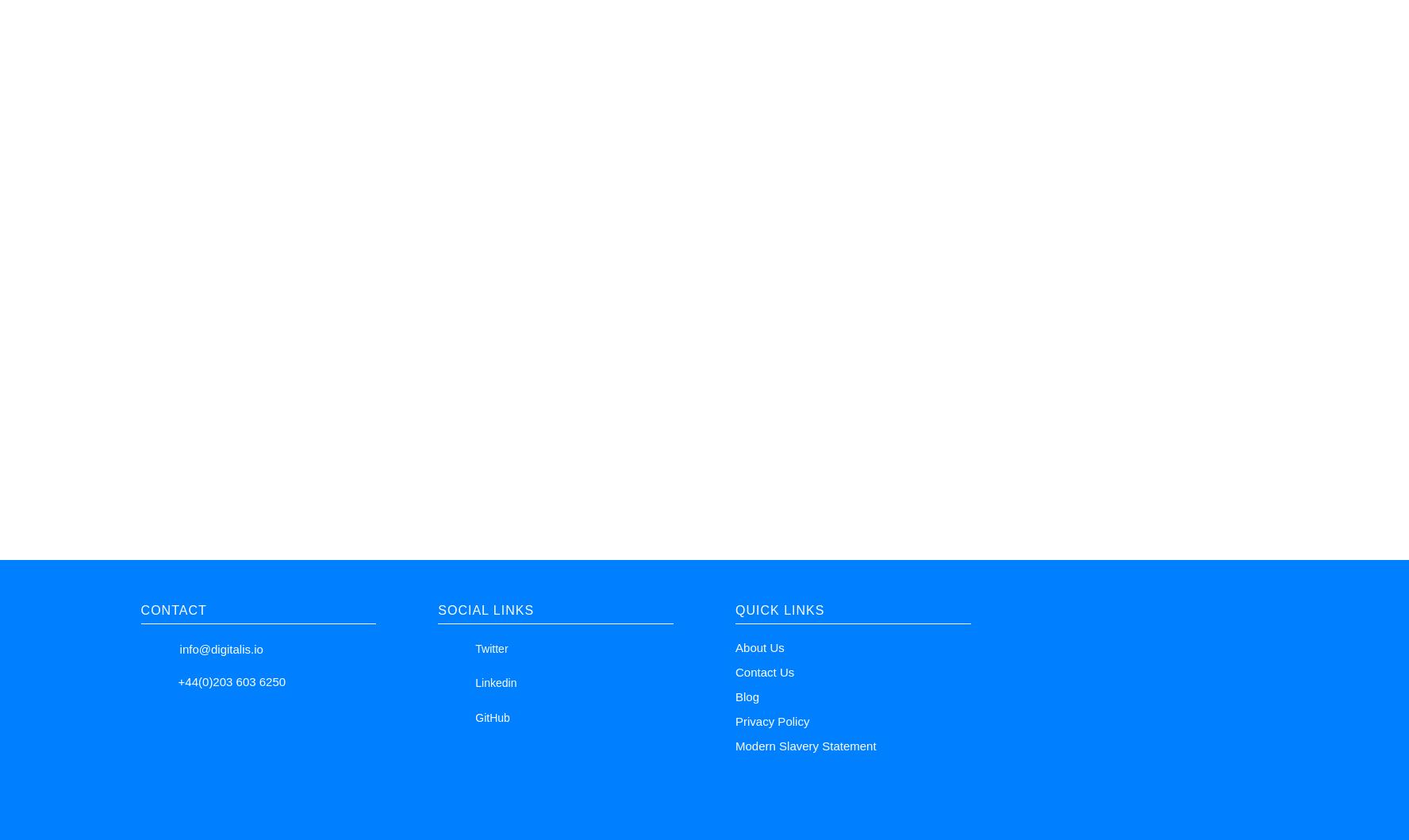 This screenshot has width=1409, height=840. Describe the element at coordinates (221, 647) in the screenshot. I see `'info@digitalis.io'` at that location.